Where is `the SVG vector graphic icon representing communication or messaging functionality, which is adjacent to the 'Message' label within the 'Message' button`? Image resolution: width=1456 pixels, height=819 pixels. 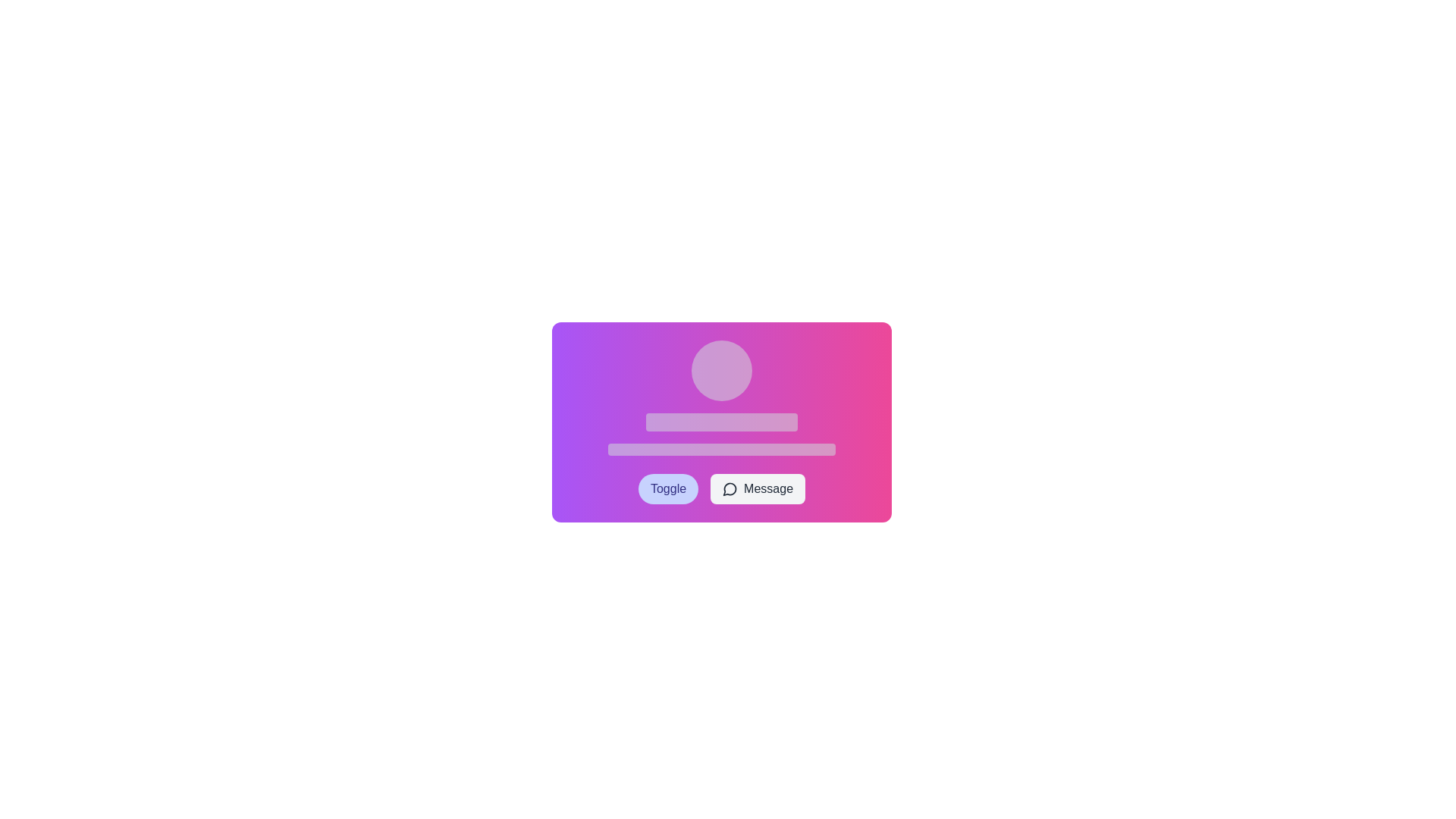
the SVG vector graphic icon representing communication or messaging functionality, which is adjacent to the 'Message' label within the 'Message' button is located at coordinates (730, 489).